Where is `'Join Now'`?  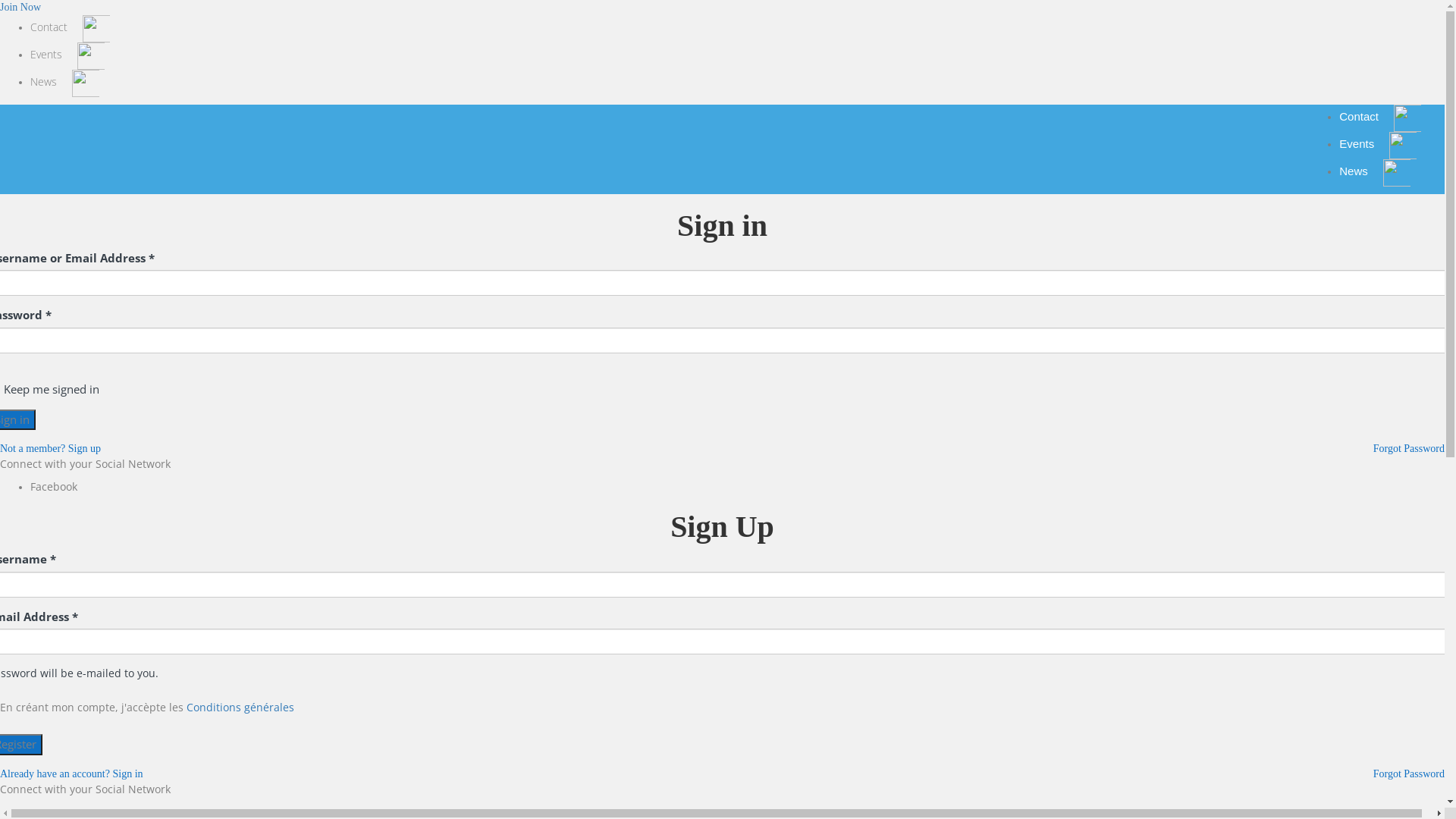 'Join Now' is located at coordinates (0, 7).